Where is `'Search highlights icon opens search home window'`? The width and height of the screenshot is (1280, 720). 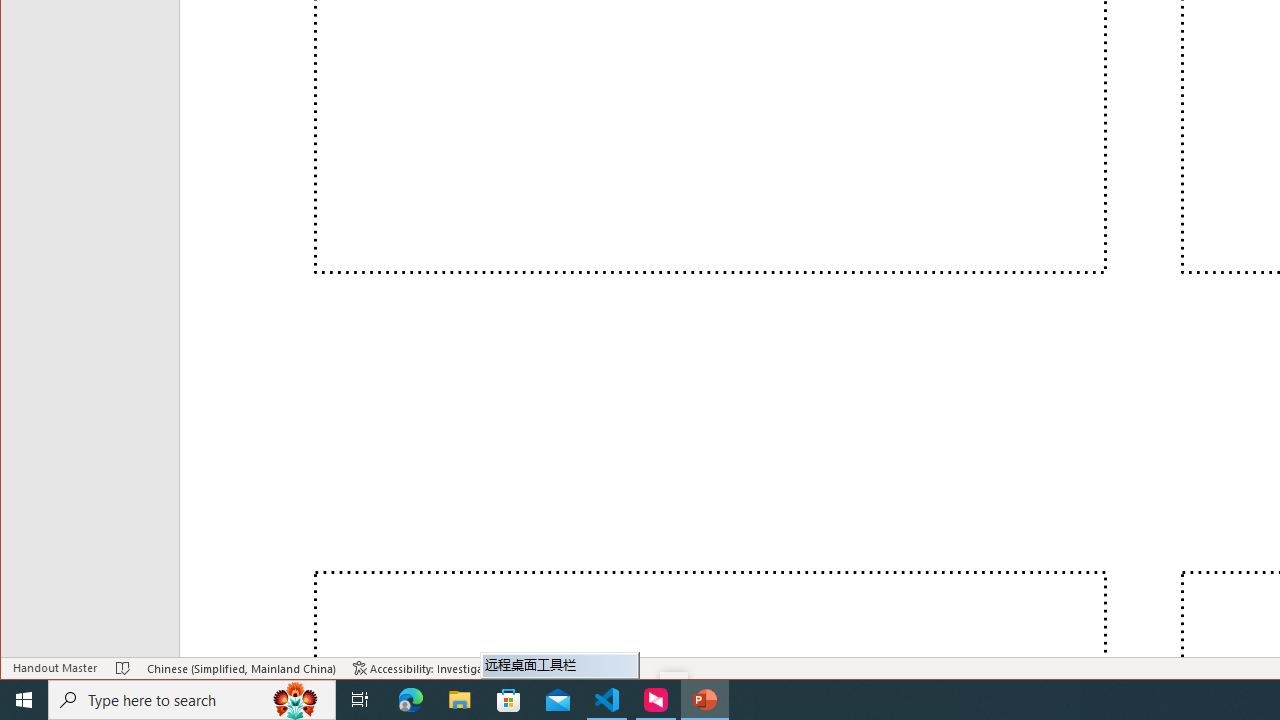
'Search highlights icon opens search home window' is located at coordinates (294, 698).